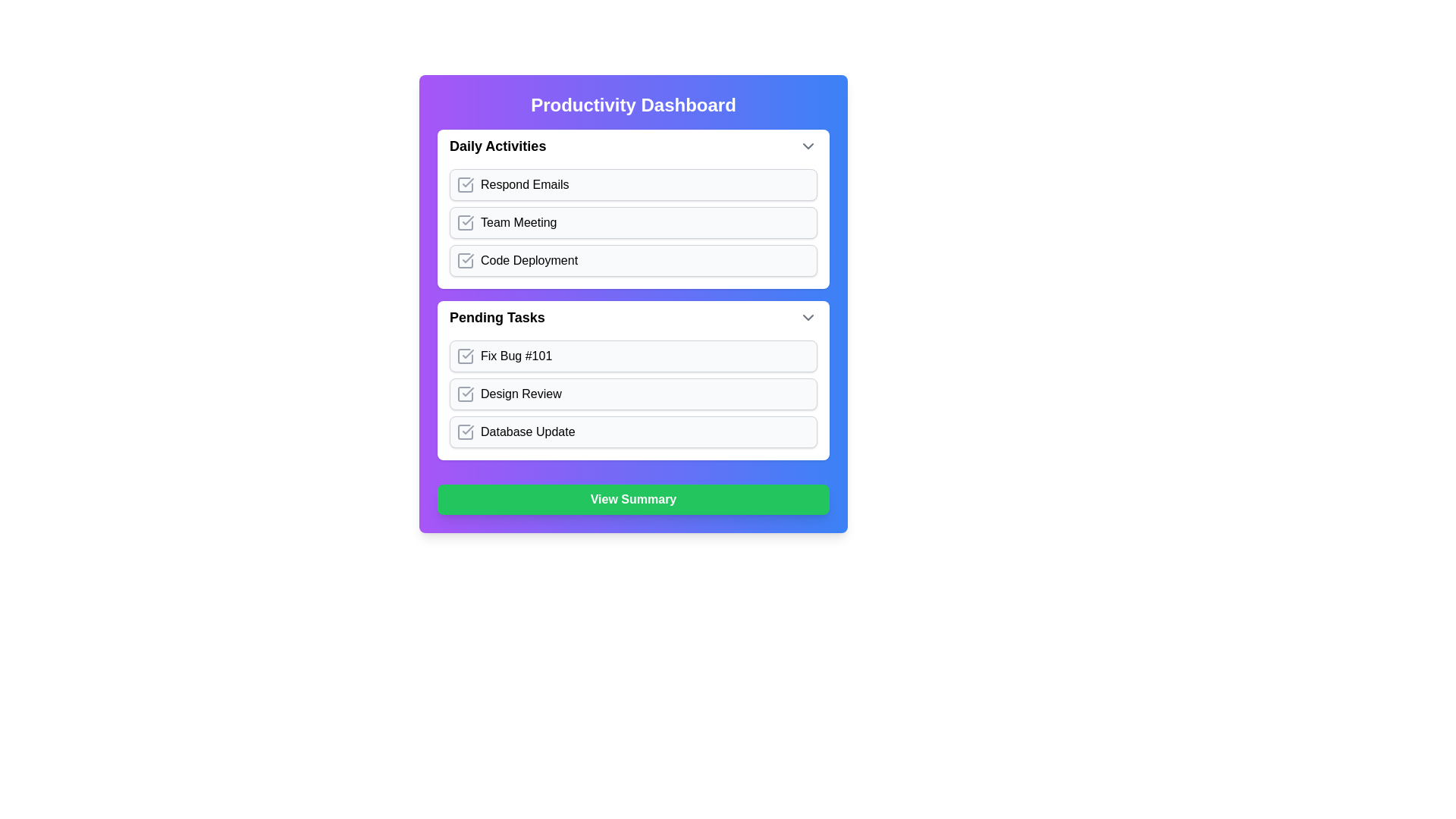 The image size is (1456, 819). I want to click on the graphical icon within the checkbox component for the 'Team Meeting' checklist item in the 'Daily Activities' section, so click(465, 222).